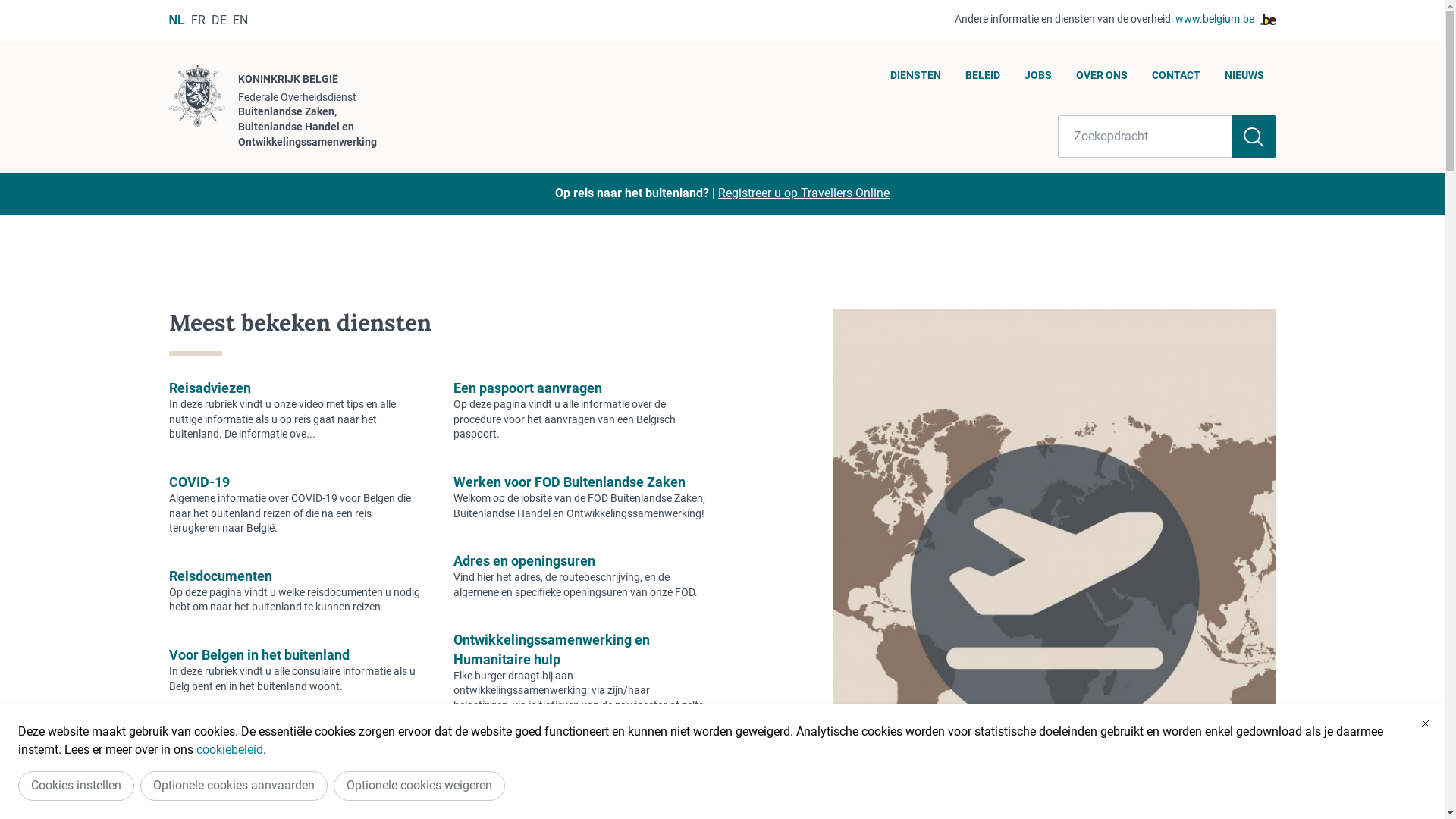  What do you see at coordinates (524, 560) in the screenshot?
I see `'Adres en openingsuren'` at bounding box center [524, 560].